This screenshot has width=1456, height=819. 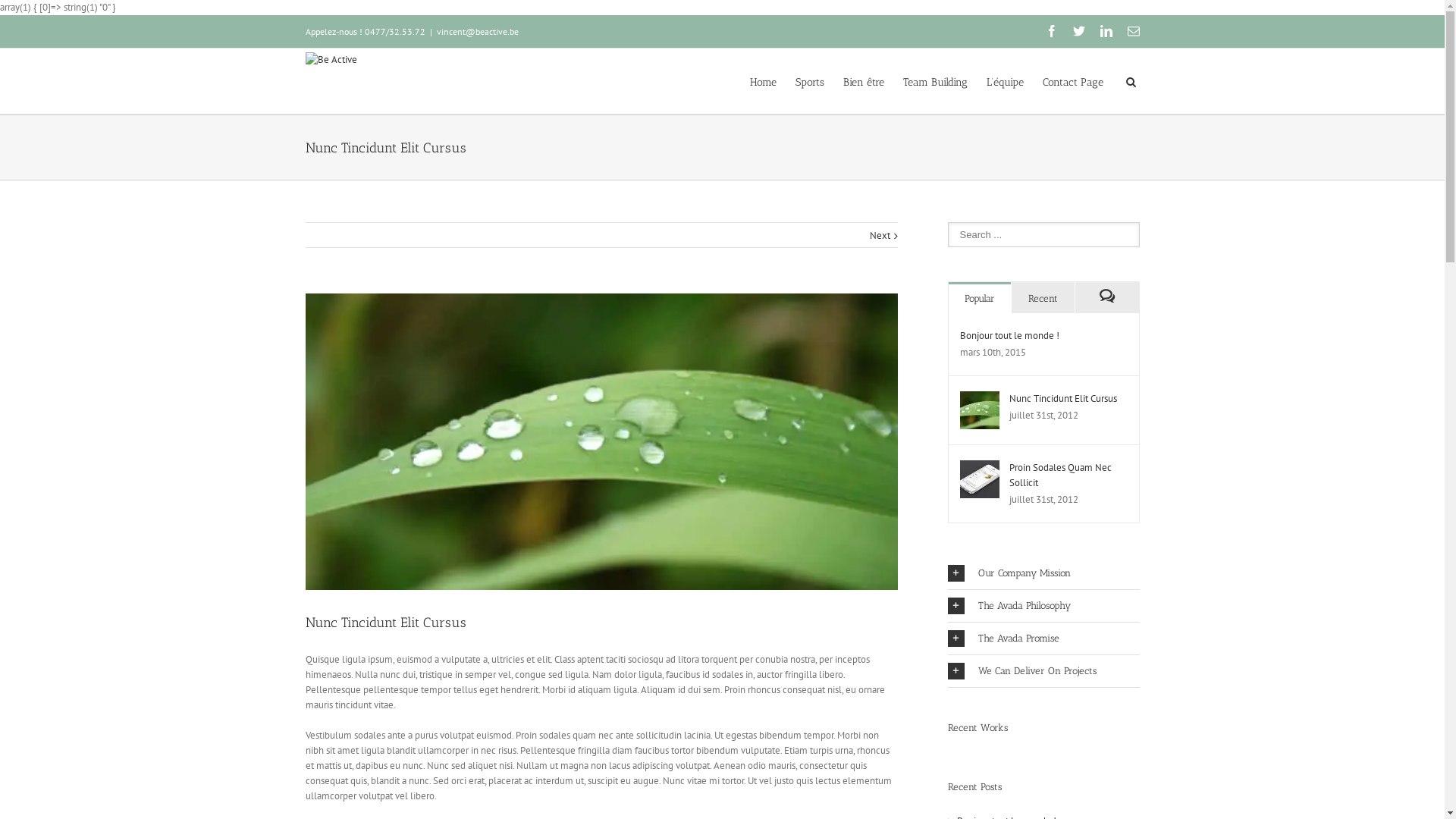 I want to click on 'Linkedin', so click(x=1106, y=31).